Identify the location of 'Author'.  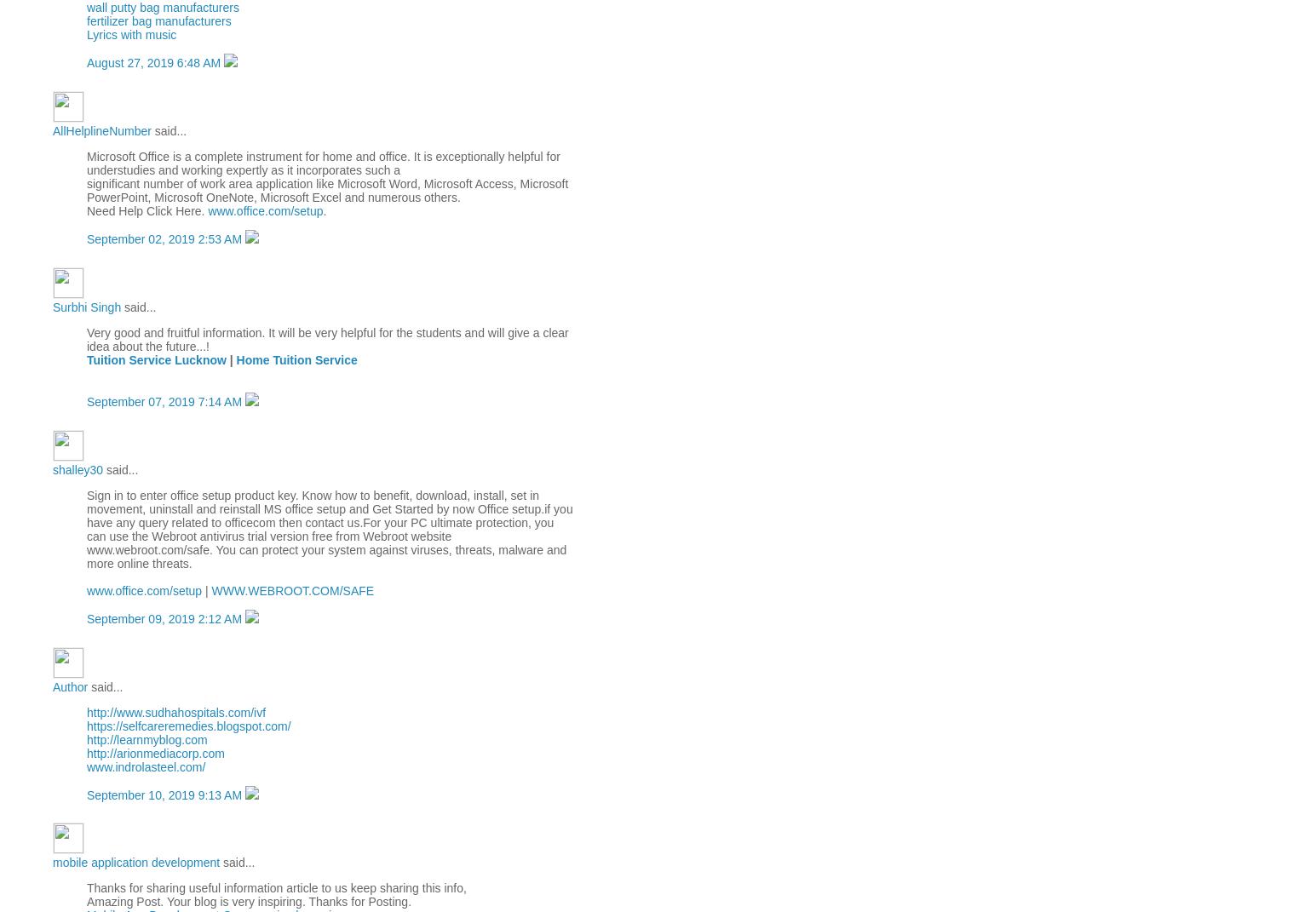
(69, 685).